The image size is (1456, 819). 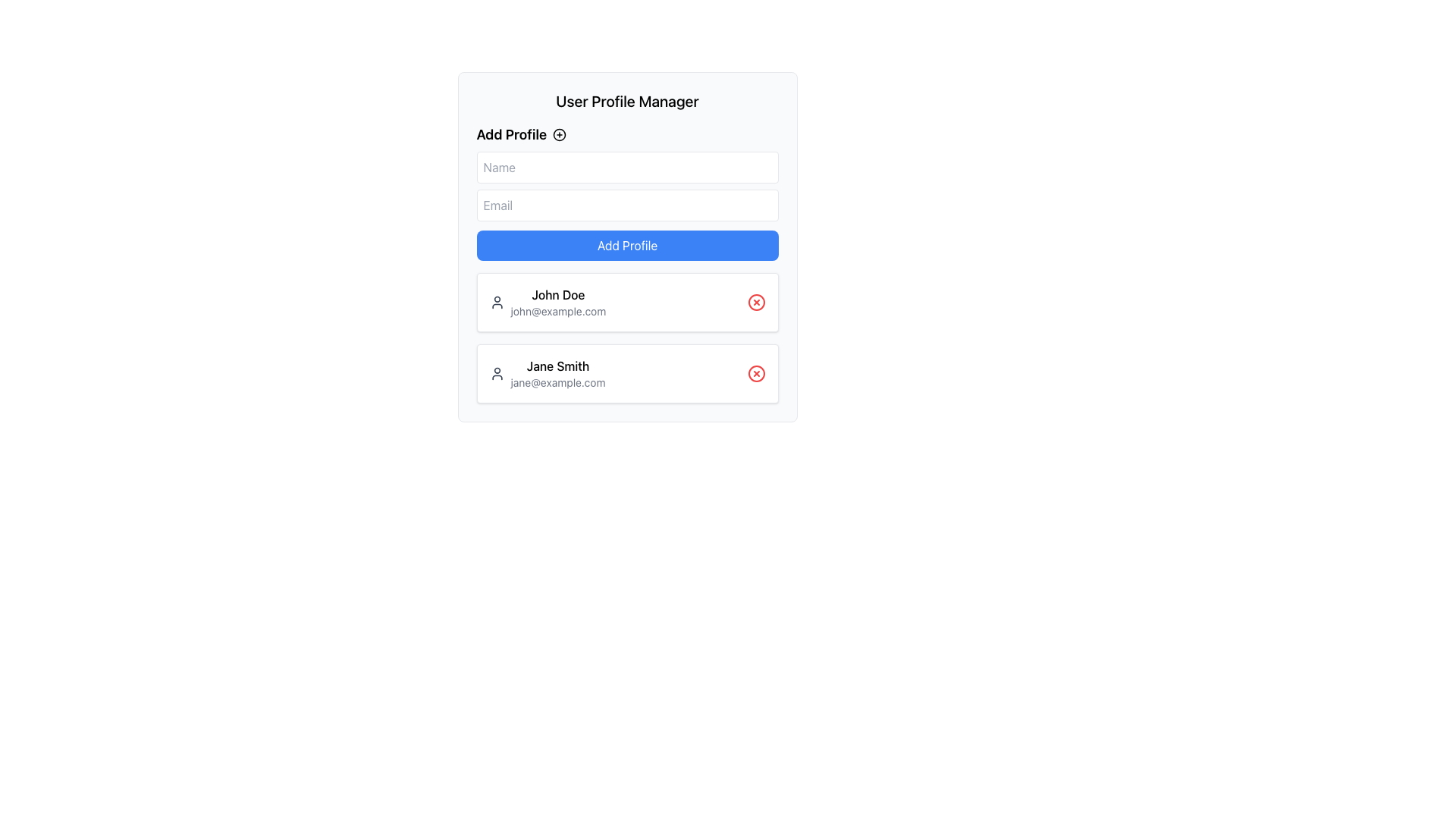 What do you see at coordinates (627, 102) in the screenshot?
I see `the prominently displayed title text labeled 'User Profile Manager', which is styled with a larger font size and bold formatting, located at the top of a card widget` at bounding box center [627, 102].